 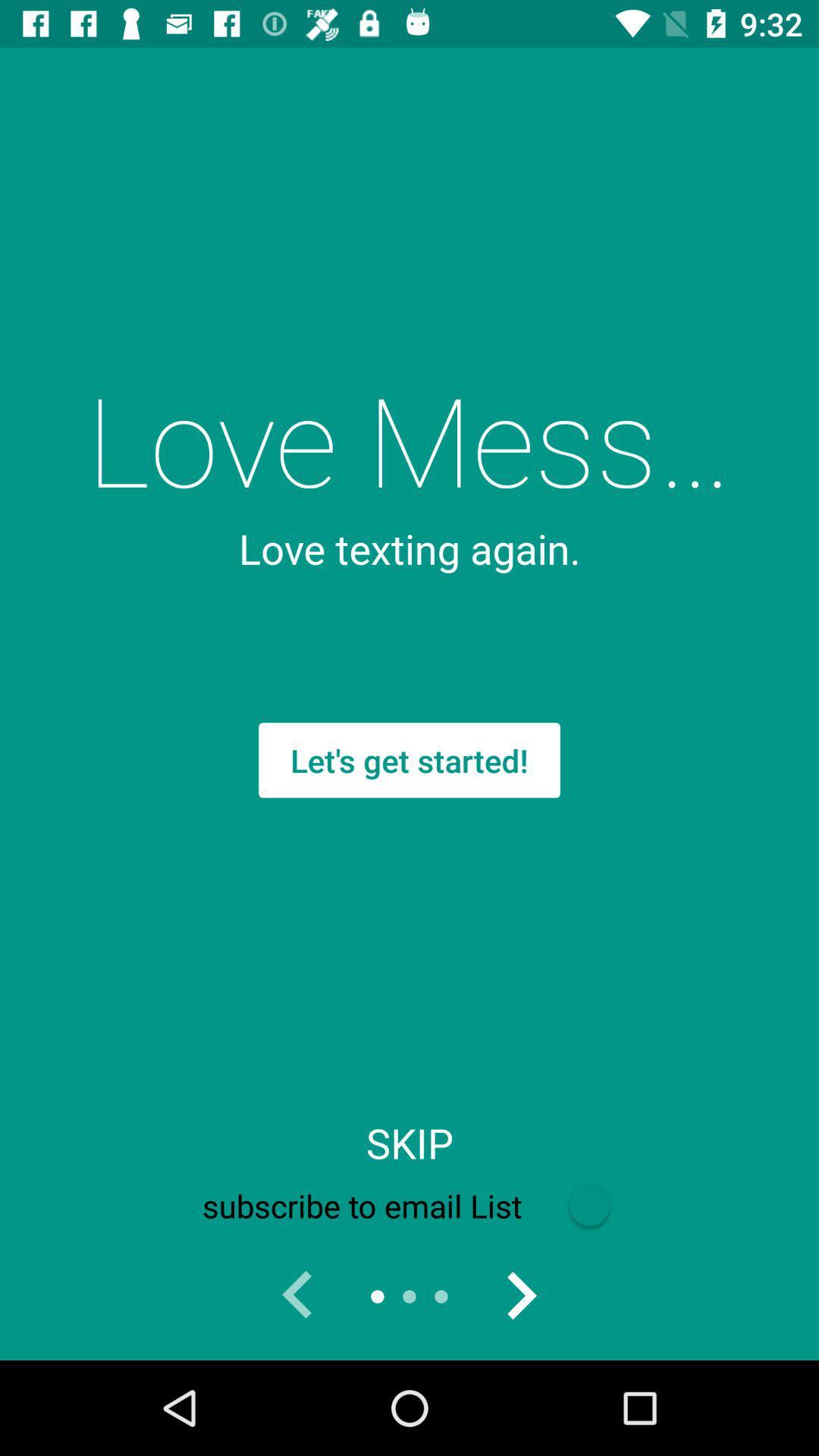 What do you see at coordinates (409, 760) in the screenshot?
I see `icon above the skip icon` at bounding box center [409, 760].